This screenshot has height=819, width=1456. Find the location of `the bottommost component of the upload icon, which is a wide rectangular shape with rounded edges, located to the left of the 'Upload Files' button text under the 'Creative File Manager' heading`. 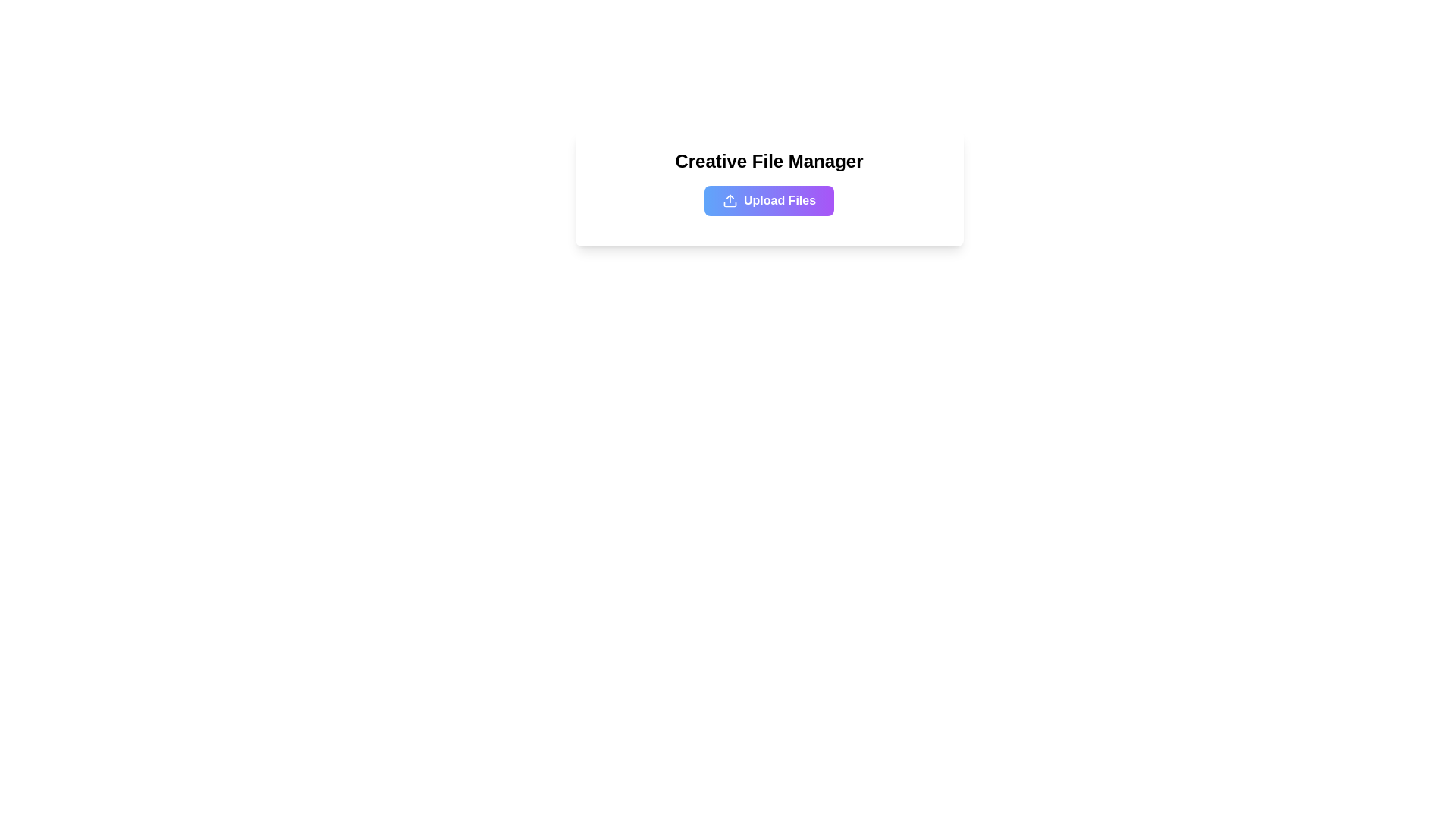

the bottommost component of the upload icon, which is a wide rectangular shape with rounded edges, located to the left of the 'Upload Files' button text under the 'Creative File Manager' heading is located at coordinates (730, 205).